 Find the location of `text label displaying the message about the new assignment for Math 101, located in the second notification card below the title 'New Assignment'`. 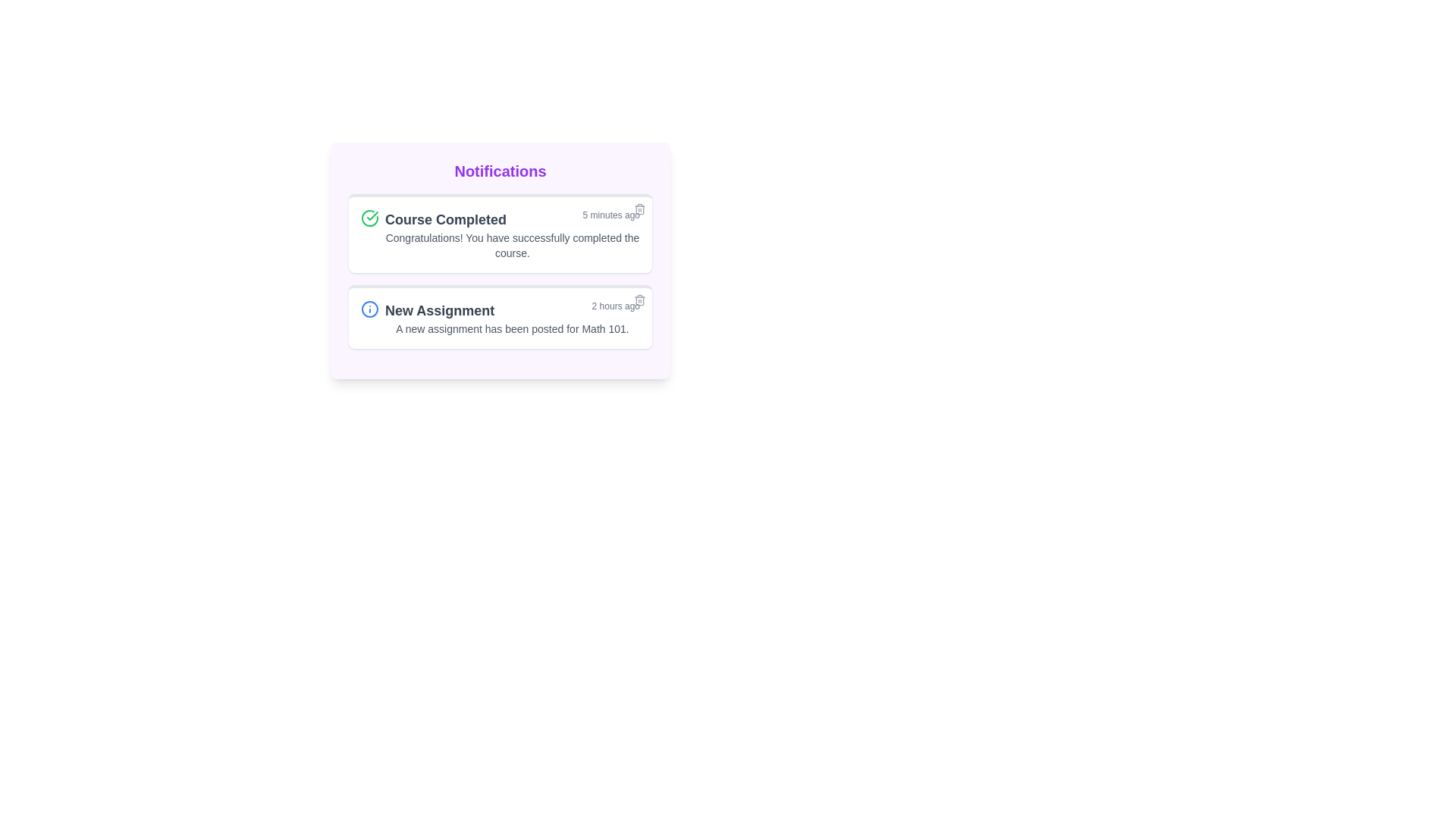

text label displaying the message about the new assignment for Math 101, located in the second notification card below the title 'New Assignment' is located at coordinates (513, 328).